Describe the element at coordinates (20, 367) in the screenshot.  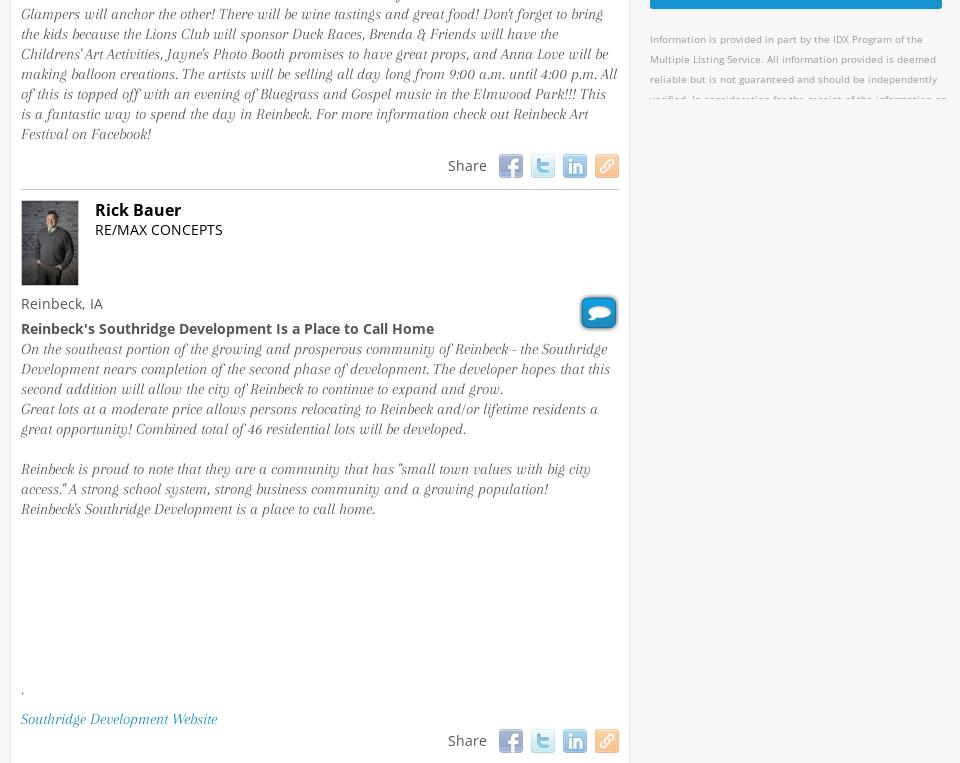
I see `'On the southeast portion of the growing and prosperous community of Reinbeck -  the Southridge Development nears completion of the second phase of development. The developer hopes that this second addition will allow the city of Reinbeck to continue to expand and grow.'` at that location.